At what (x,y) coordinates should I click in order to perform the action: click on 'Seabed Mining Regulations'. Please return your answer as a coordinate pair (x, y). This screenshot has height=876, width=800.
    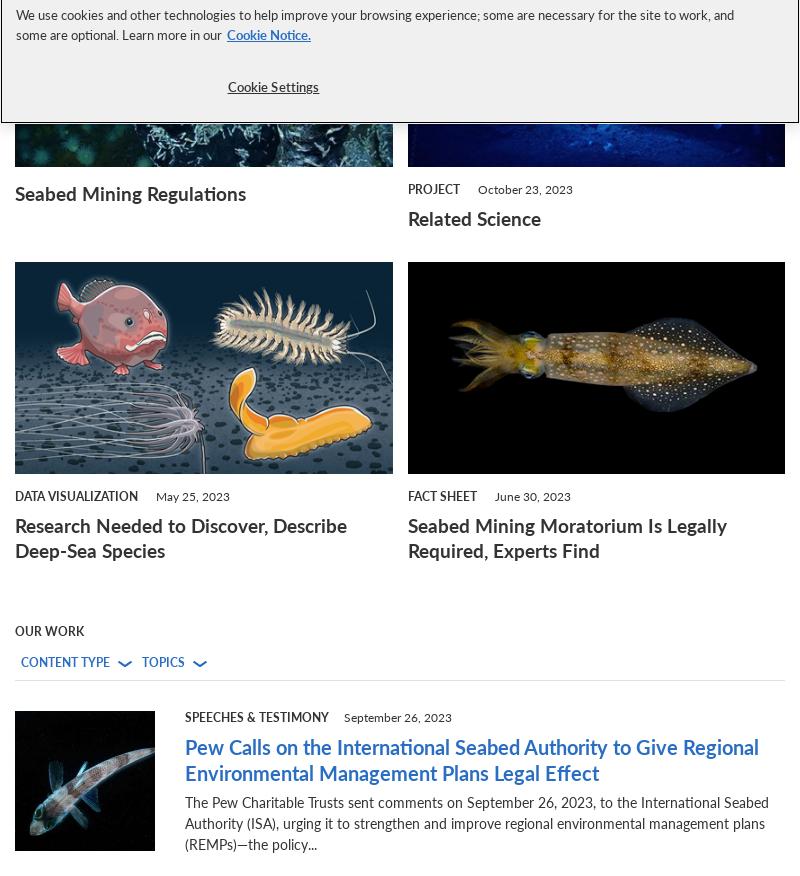
    Looking at the image, I should click on (14, 193).